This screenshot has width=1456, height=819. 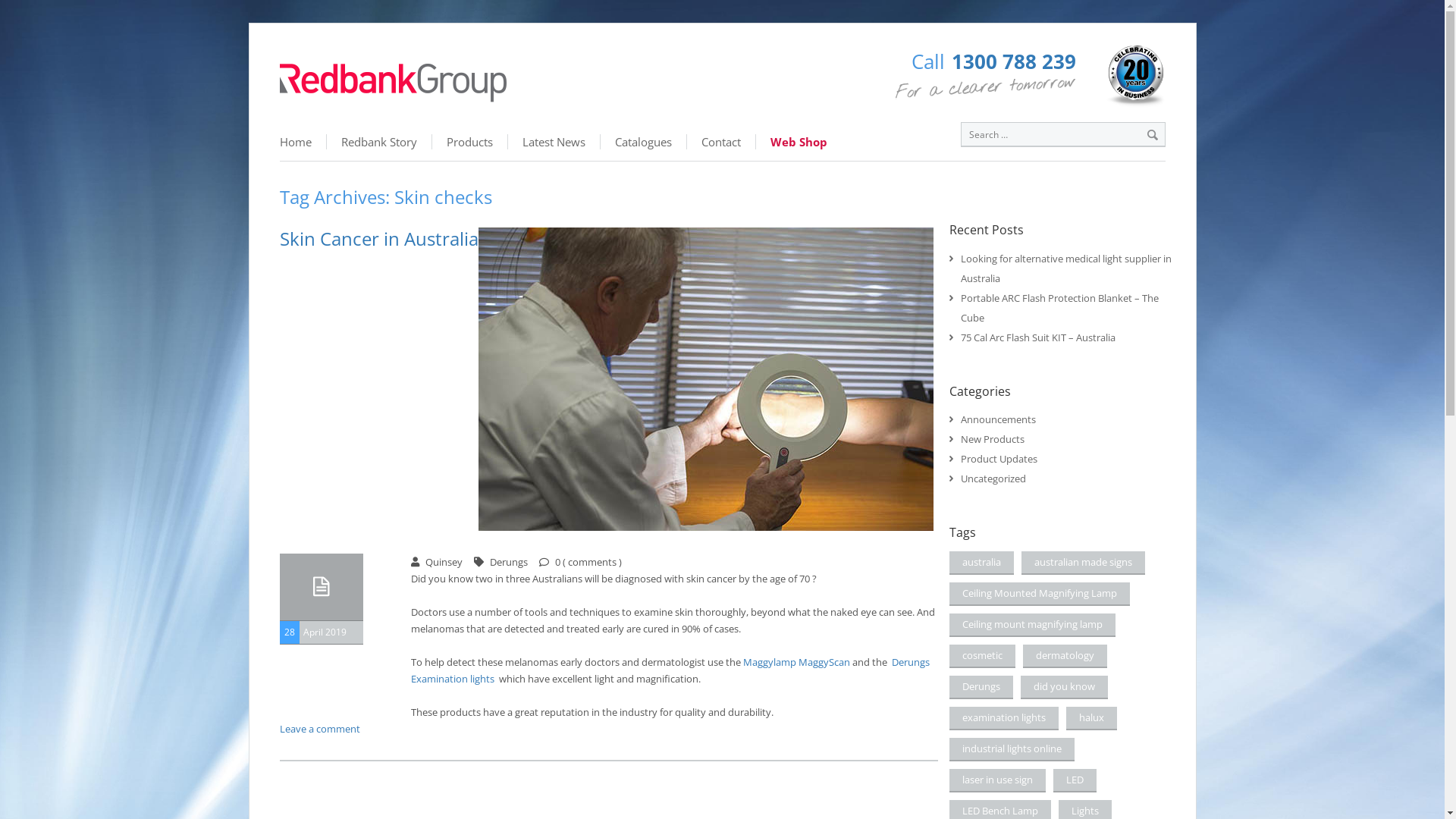 I want to click on 'Latest News', so click(x=553, y=141).